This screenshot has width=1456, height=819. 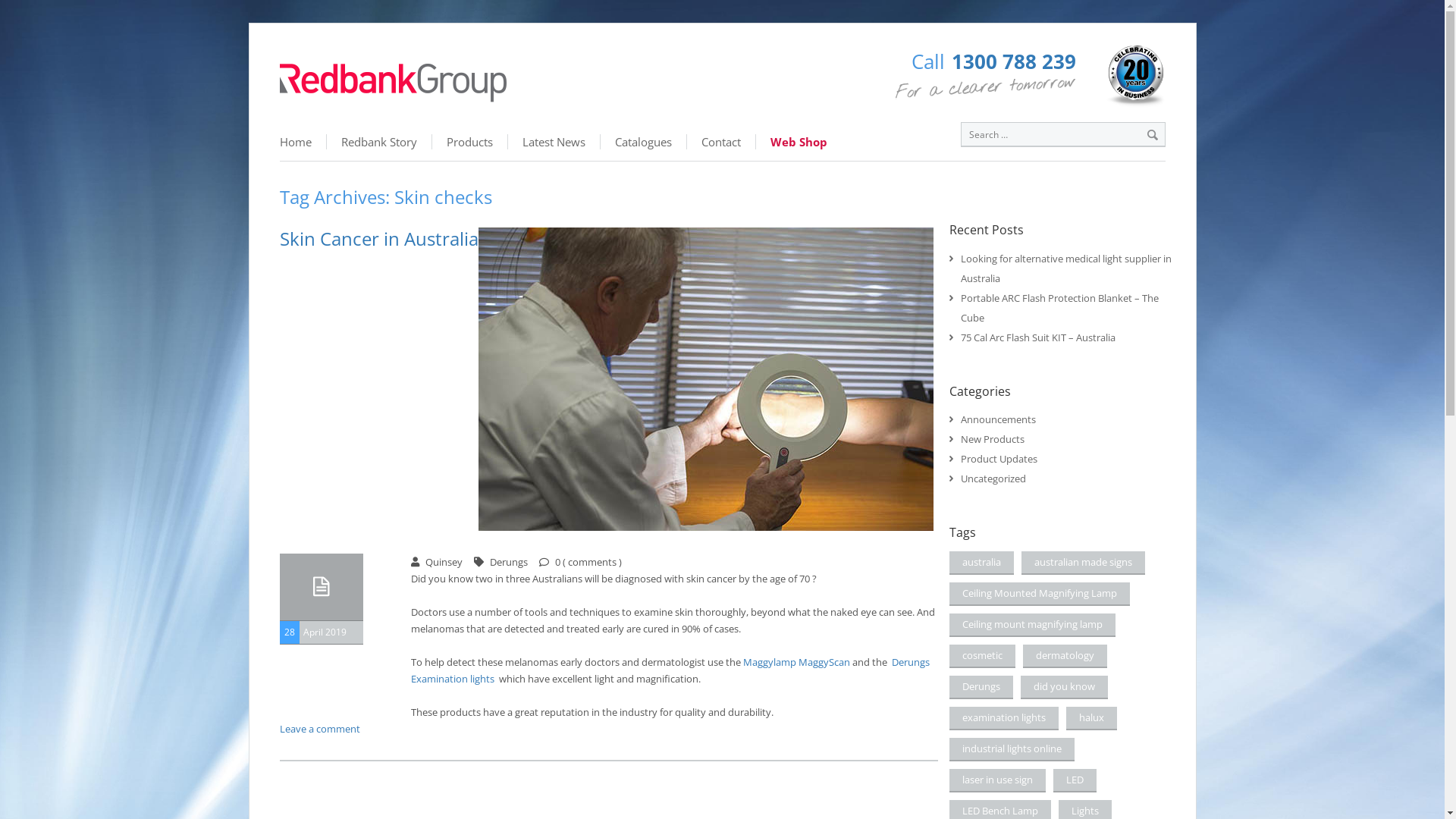 I want to click on 'Latest News', so click(x=553, y=141).